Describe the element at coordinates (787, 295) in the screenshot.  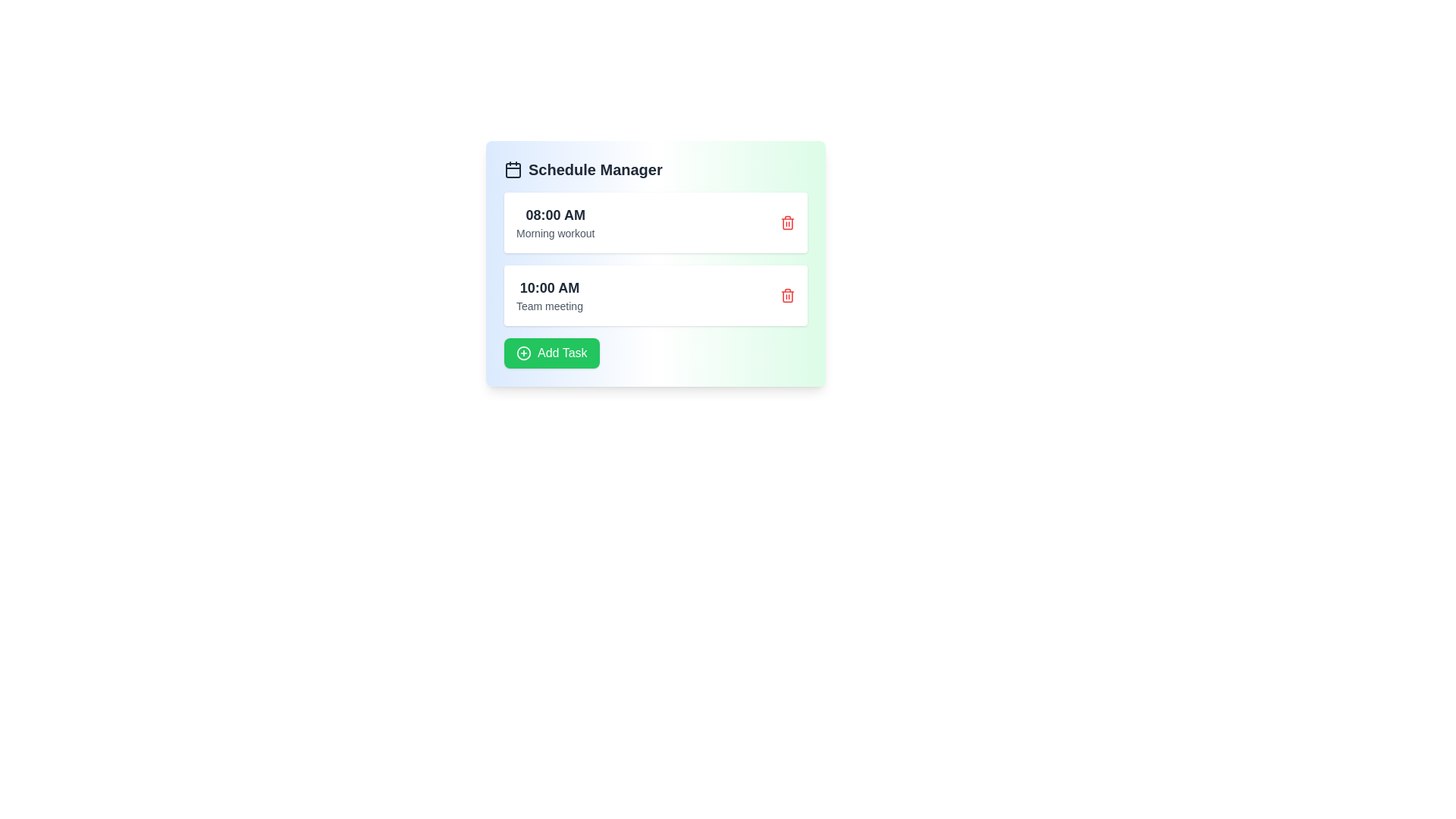
I see `the task corresponding to 2` at that location.